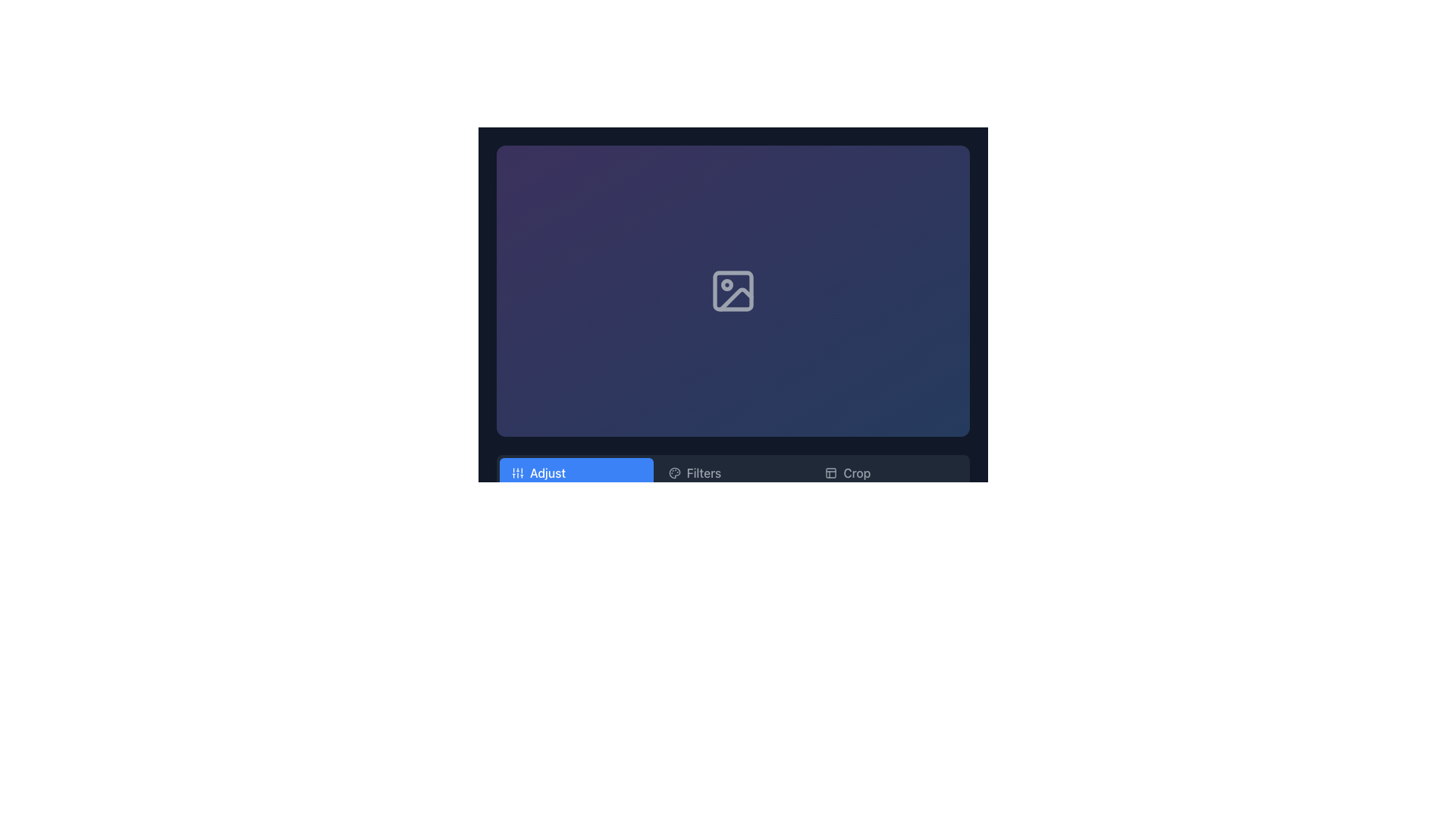 This screenshot has height=819, width=1456. What do you see at coordinates (733, 472) in the screenshot?
I see `the filter button located between the 'Adjust' button on the left and the 'Crop' button on the right, allowing for keyboard navigation to access filter functionalities` at bounding box center [733, 472].